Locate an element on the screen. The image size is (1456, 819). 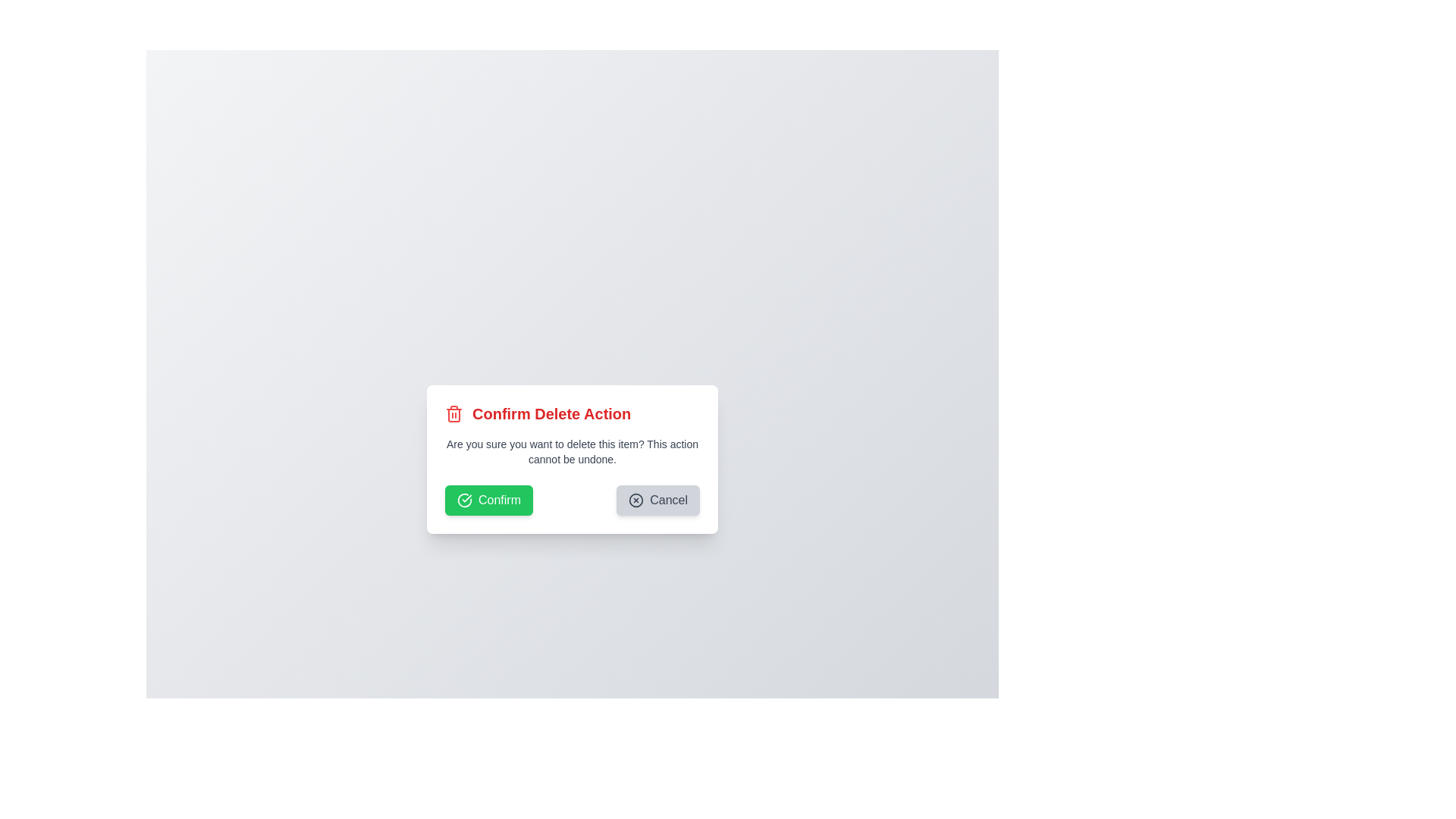
the green 'Confirm' button with rounded corners and a checkmark icon to confirm the action is located at coordinates (488, 500).